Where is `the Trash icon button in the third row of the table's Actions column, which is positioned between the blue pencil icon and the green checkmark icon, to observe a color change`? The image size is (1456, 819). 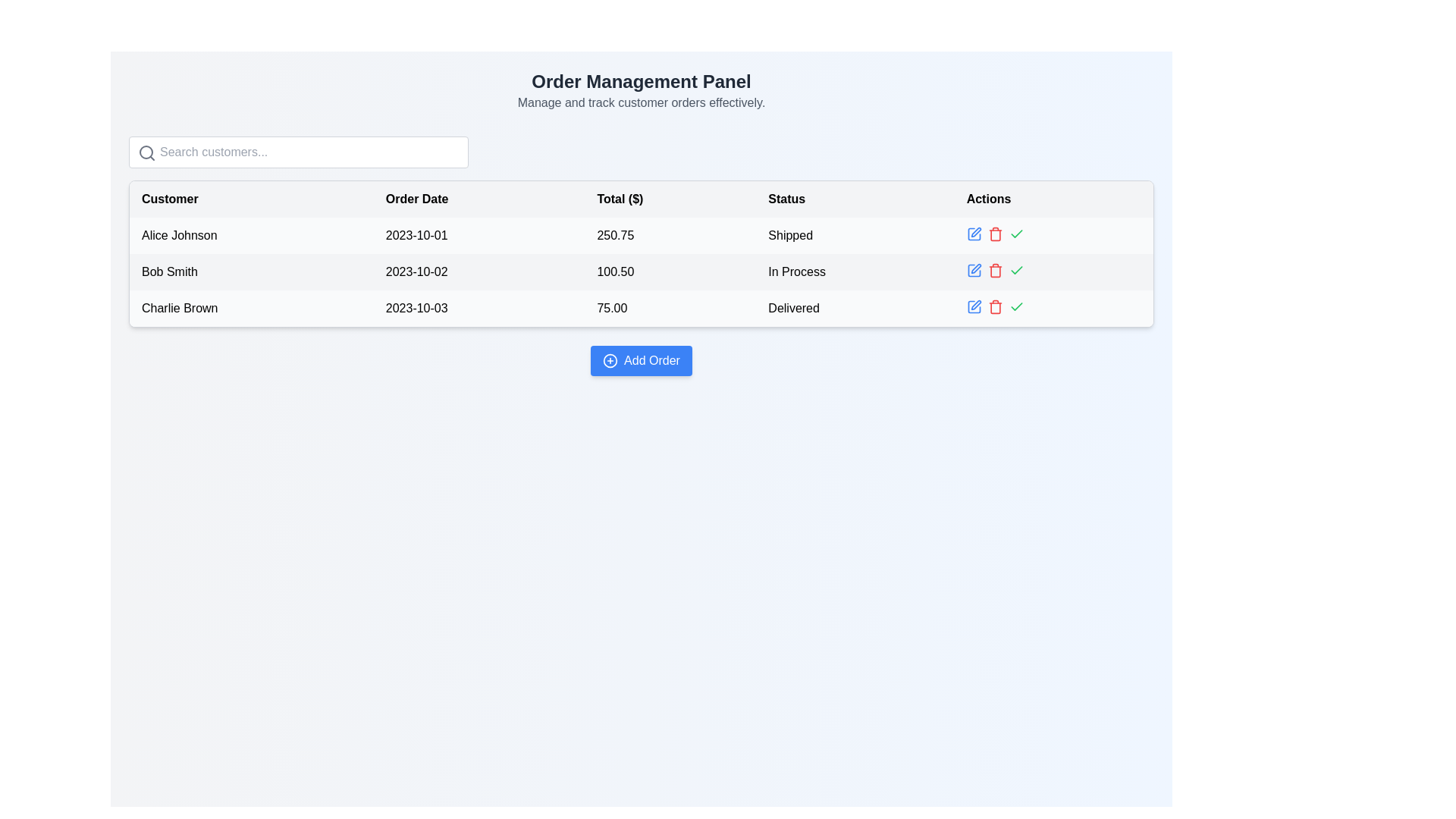
the Trash icon button in the third row of the table's Actions column, which is positioned between the blue pencil icon and the green checkmark icon, to observe a color change is located at coordinates (995, 307).